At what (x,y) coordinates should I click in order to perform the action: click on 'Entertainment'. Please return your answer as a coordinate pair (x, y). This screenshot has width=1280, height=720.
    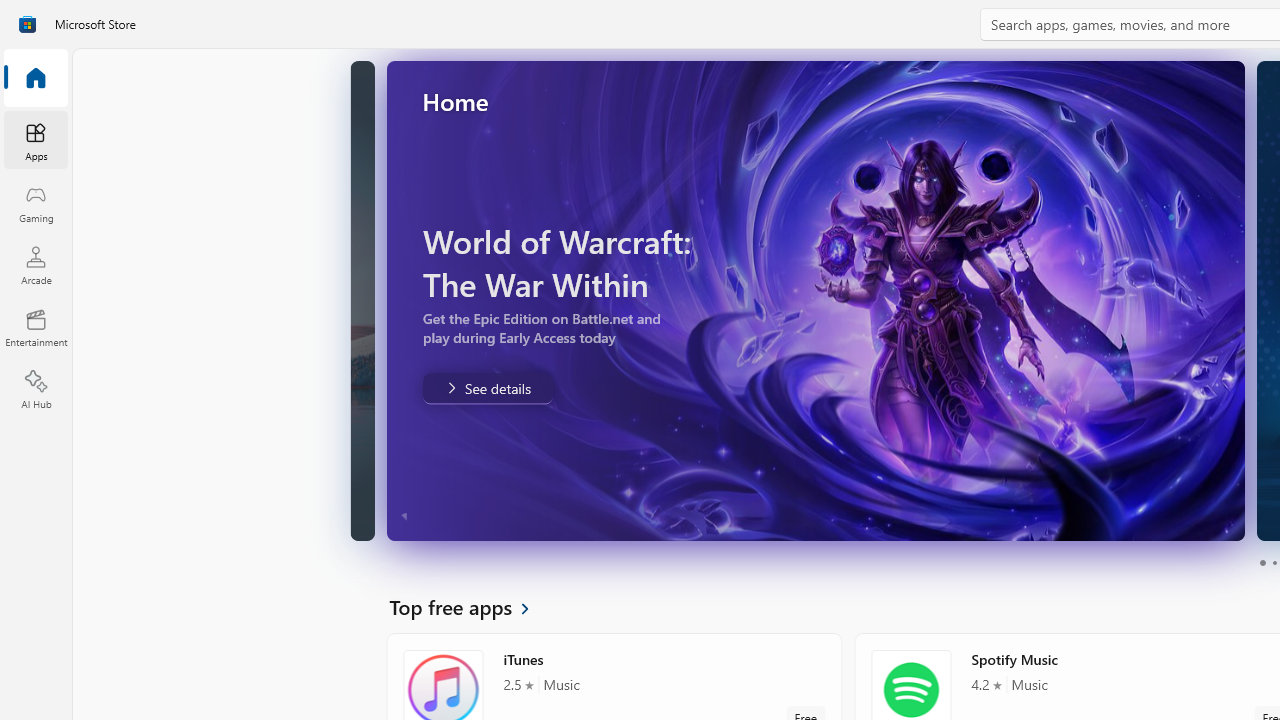
    Looking at the image, I should click on (35, 326).